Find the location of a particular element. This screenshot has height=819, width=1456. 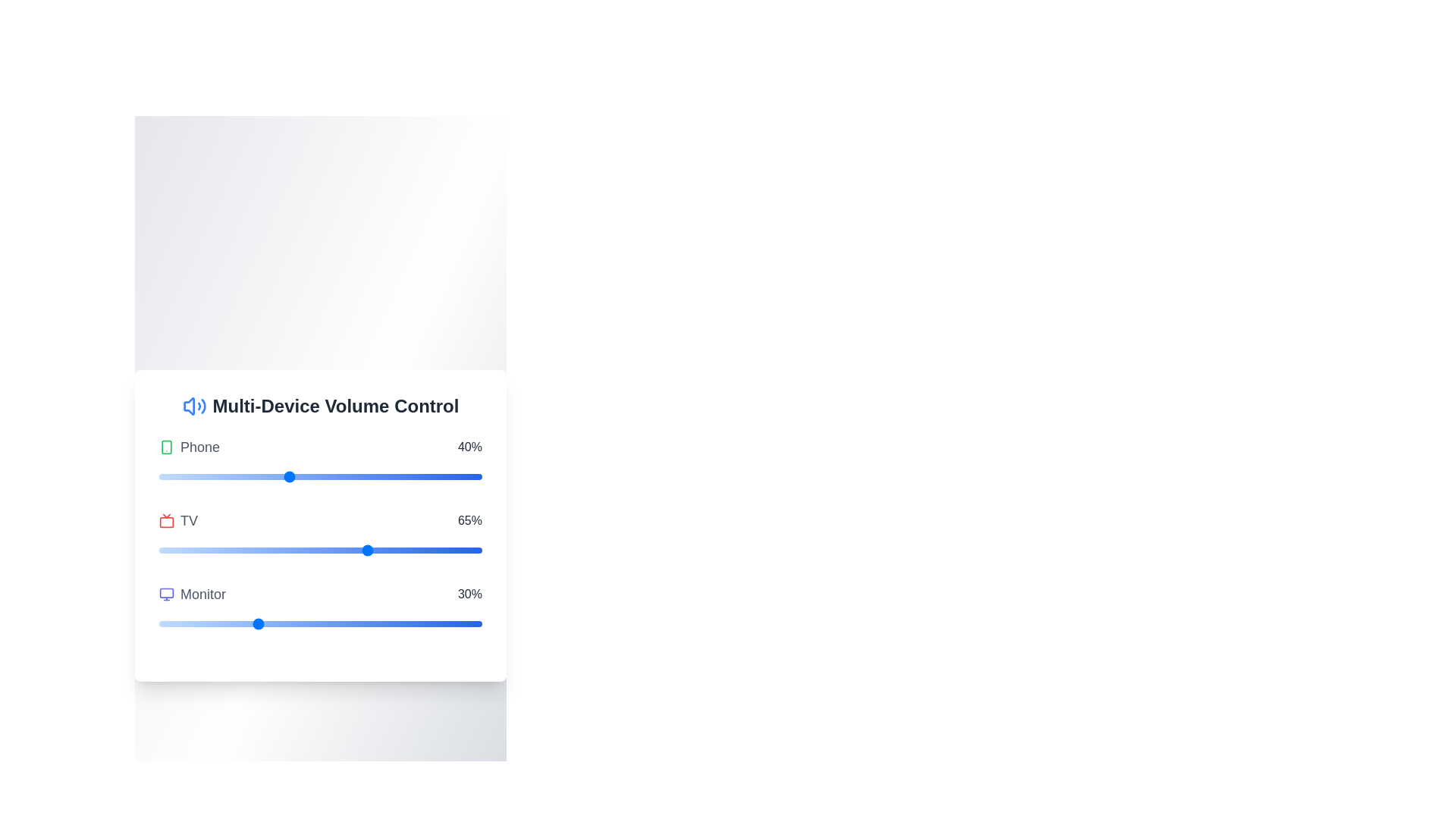

the volume slider is located at coordinates (452, 475).